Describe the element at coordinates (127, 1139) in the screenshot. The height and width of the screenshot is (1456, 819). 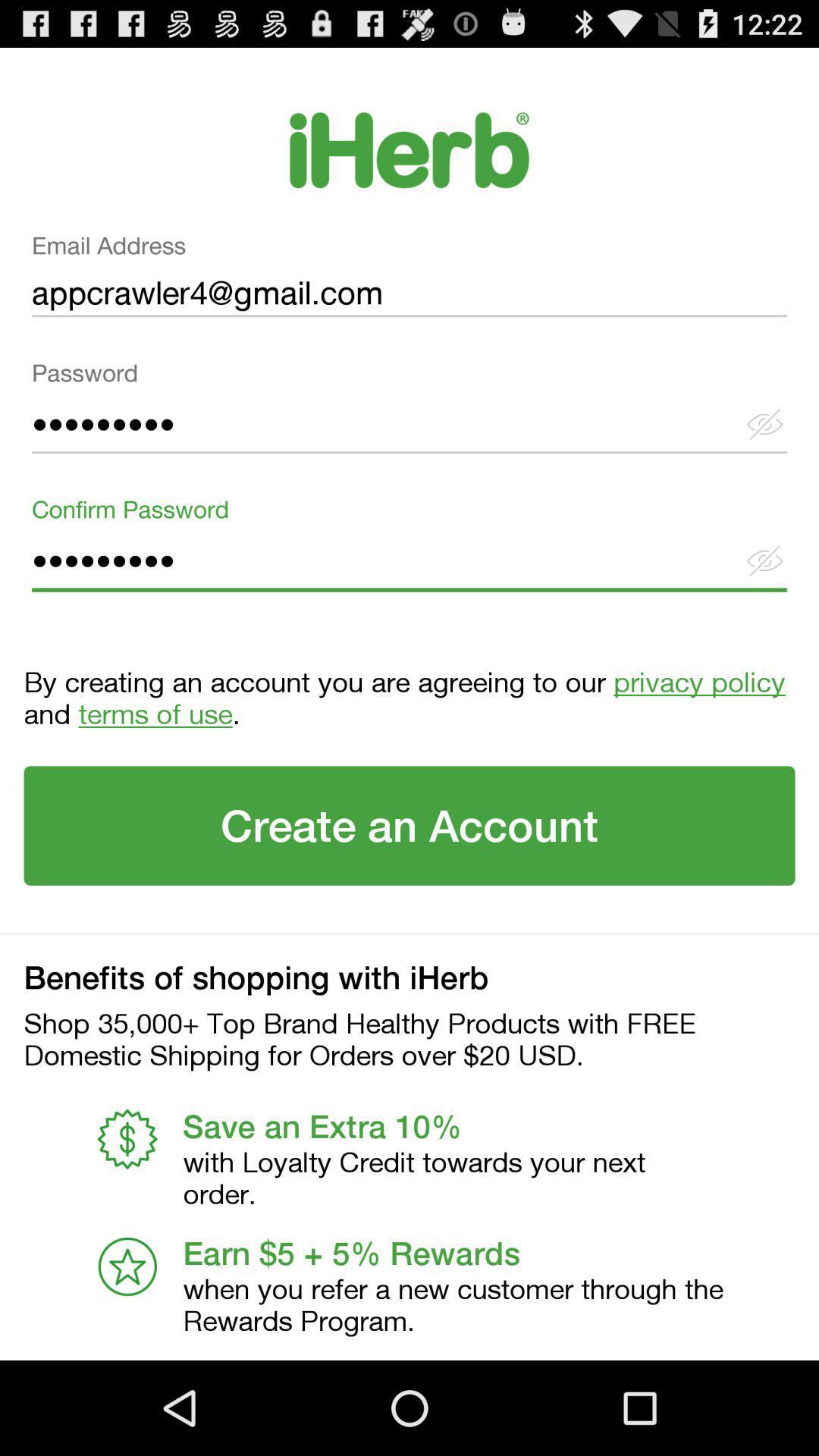
I see `the icon left to save an extra 10` at that location.